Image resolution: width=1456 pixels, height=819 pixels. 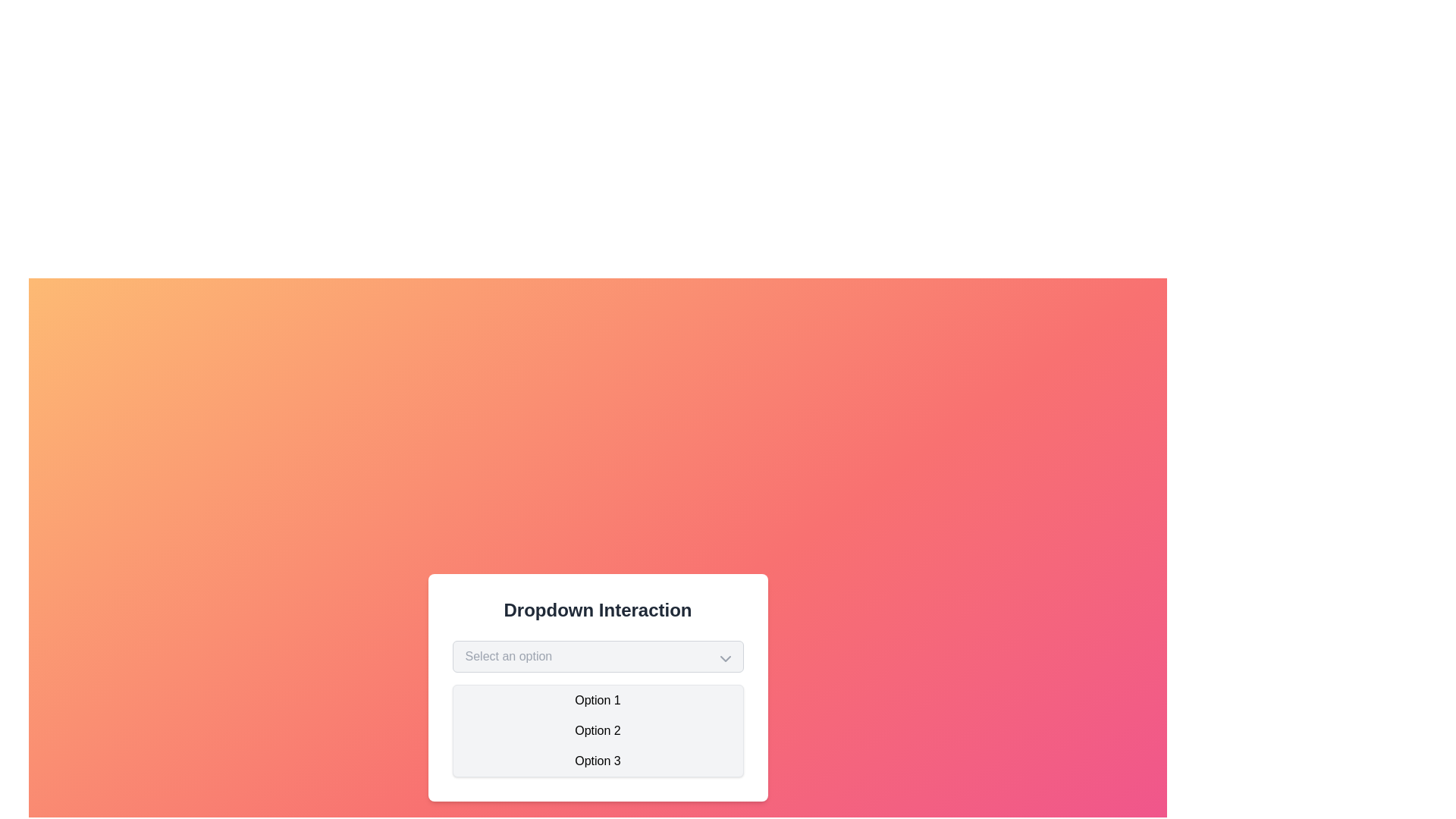 What do you see at coordinates (597, 701) in the screenshot?
I see `the first option in the dropdown menu to activate its hover state` at bounding box center [597, 701].